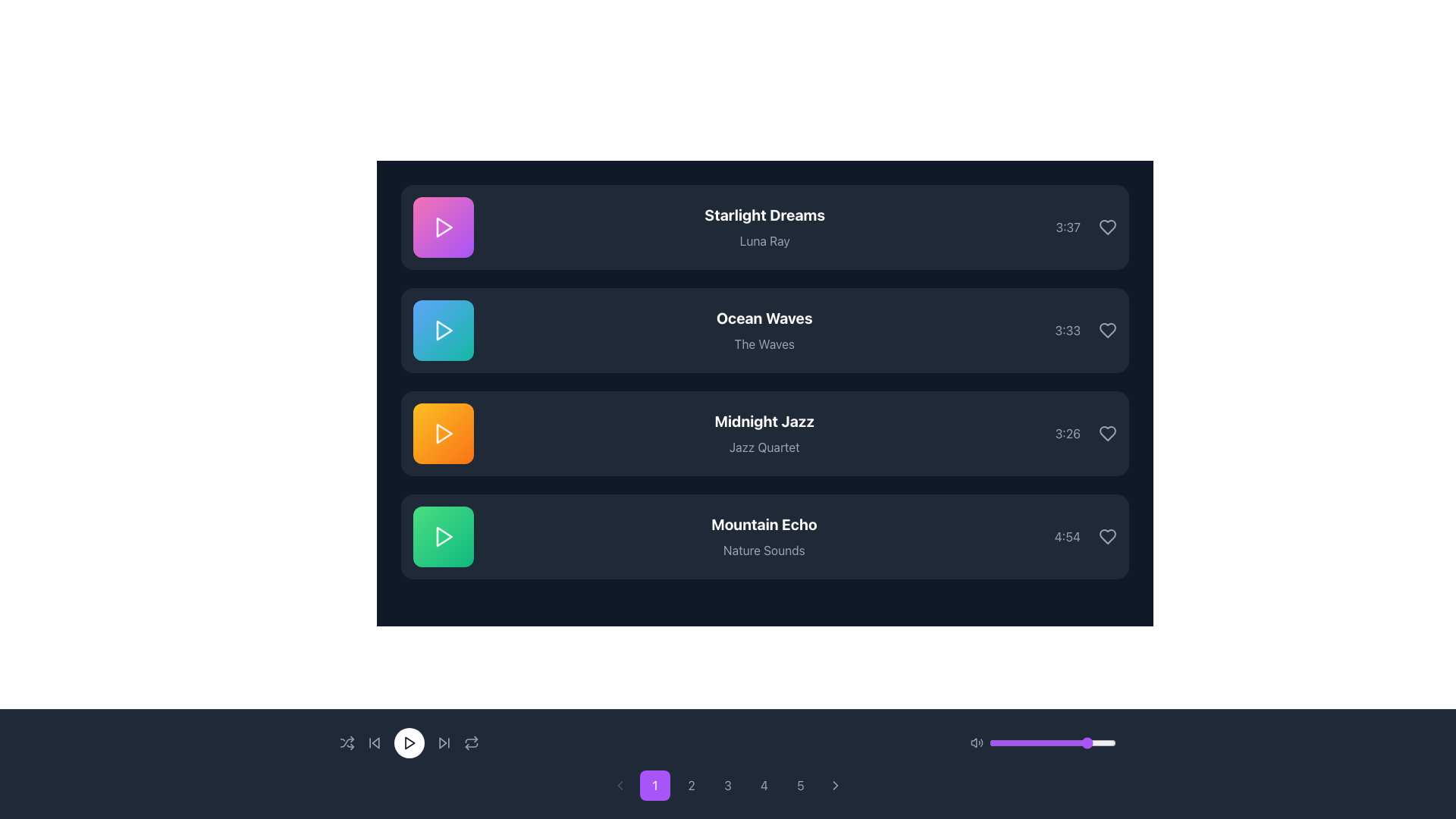  What do you see at coordinates (375, 742) in the screenshot?
I see `the backward skip button, which is a triangular icon pointing left, located second from the left` at bounding box center [375, 742].